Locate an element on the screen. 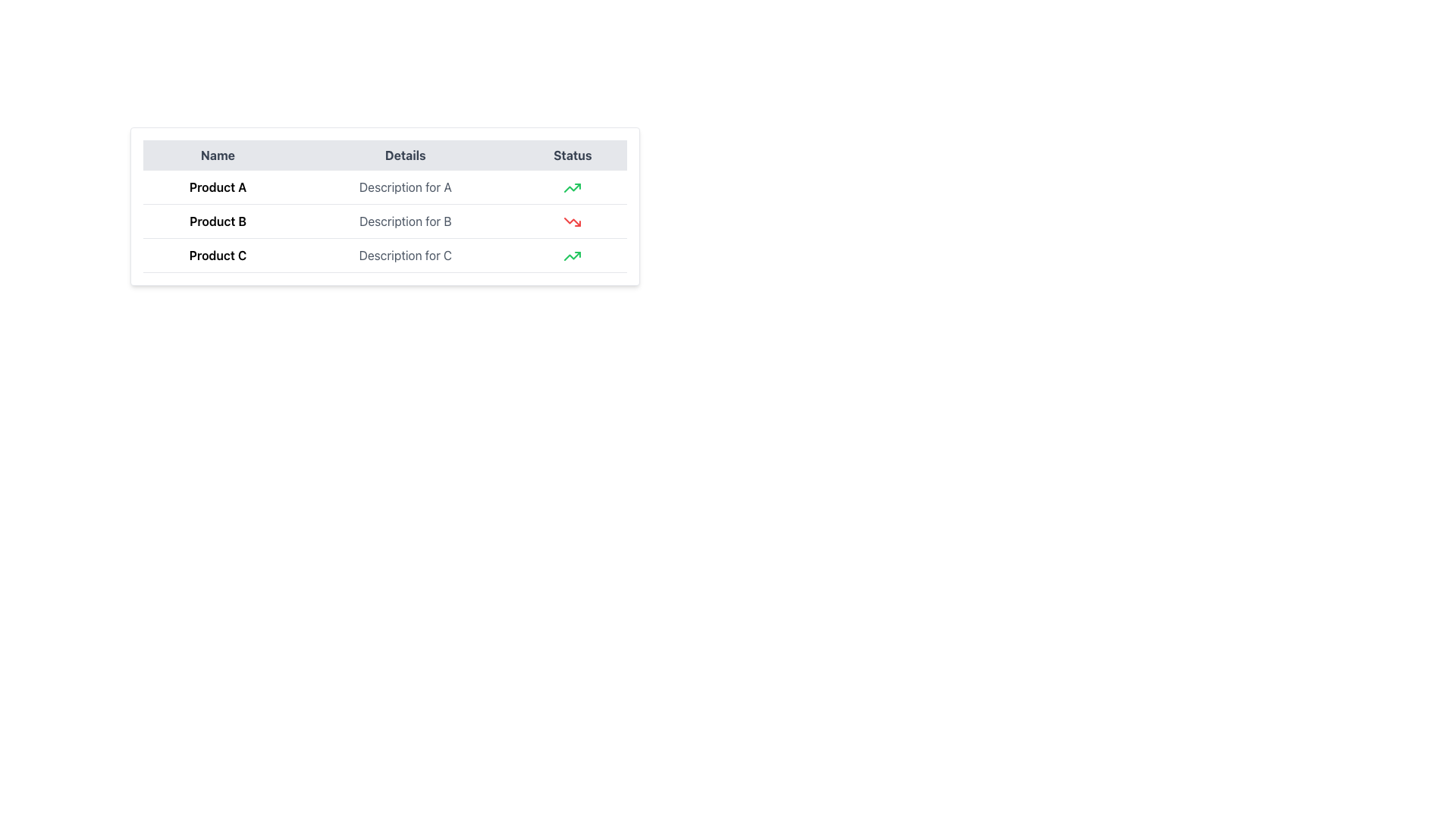 This screenshot has height=819, width=1456. the text label that identifies 'Product A' in the 'Name' column of the table is located at coordinates (217, 187).